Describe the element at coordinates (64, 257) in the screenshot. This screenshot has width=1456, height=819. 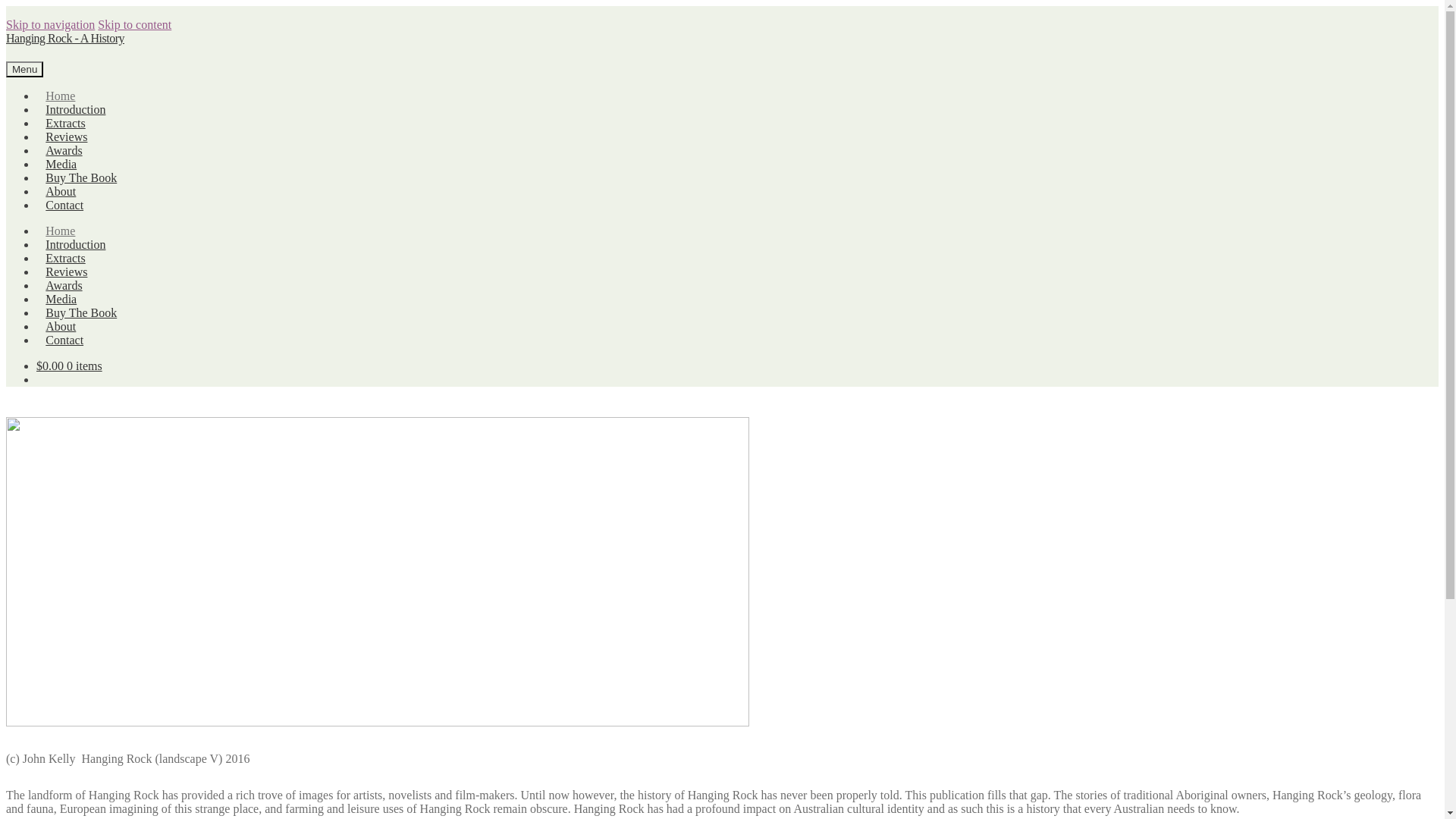
I see `'Extracts'` at that location.